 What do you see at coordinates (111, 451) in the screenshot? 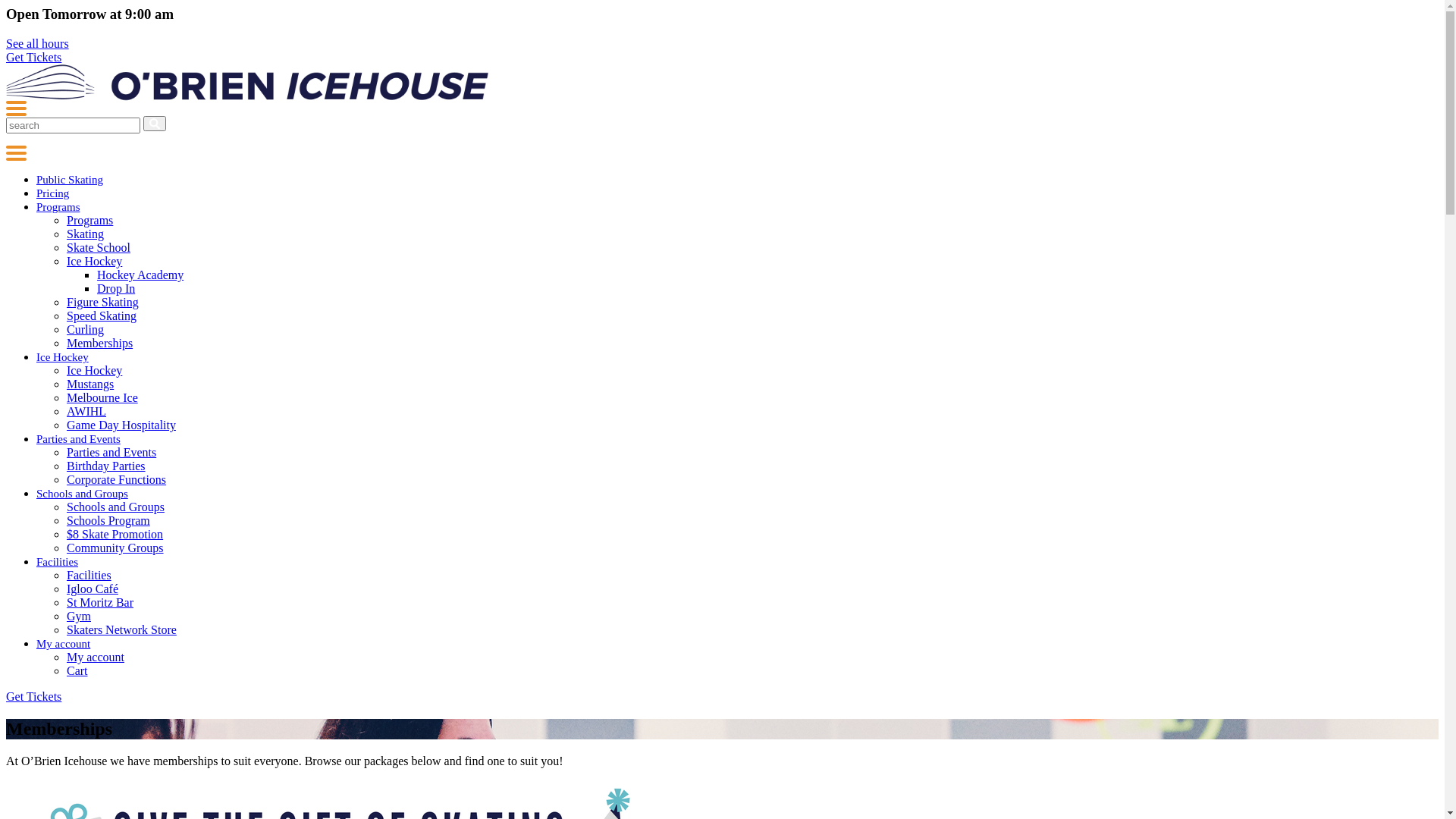
I see `'Parties and Events'` at bounding box center [111, 451].